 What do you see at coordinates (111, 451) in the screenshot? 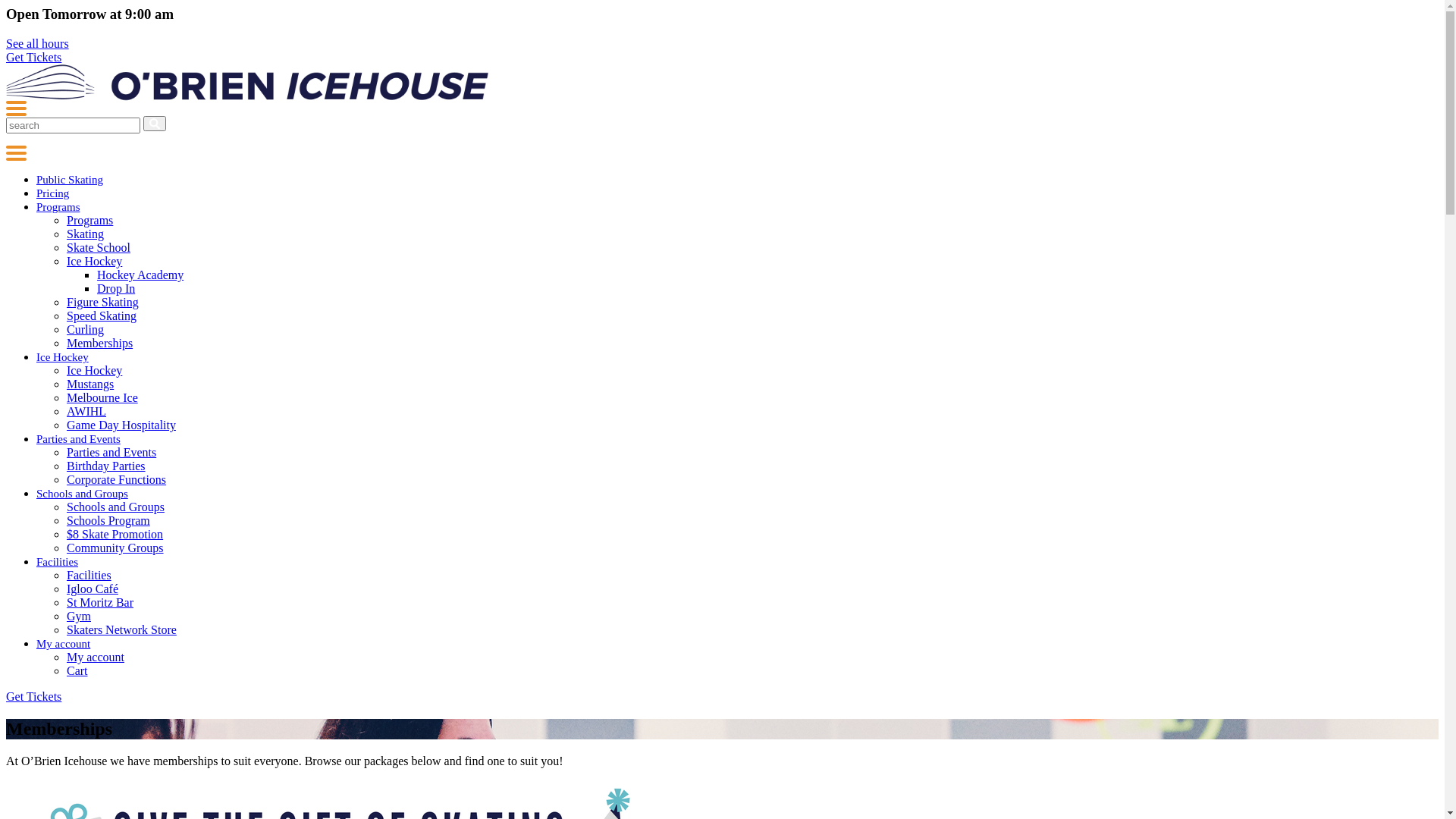
I see `'Parties and Events'` at bounding box center [111, 451].